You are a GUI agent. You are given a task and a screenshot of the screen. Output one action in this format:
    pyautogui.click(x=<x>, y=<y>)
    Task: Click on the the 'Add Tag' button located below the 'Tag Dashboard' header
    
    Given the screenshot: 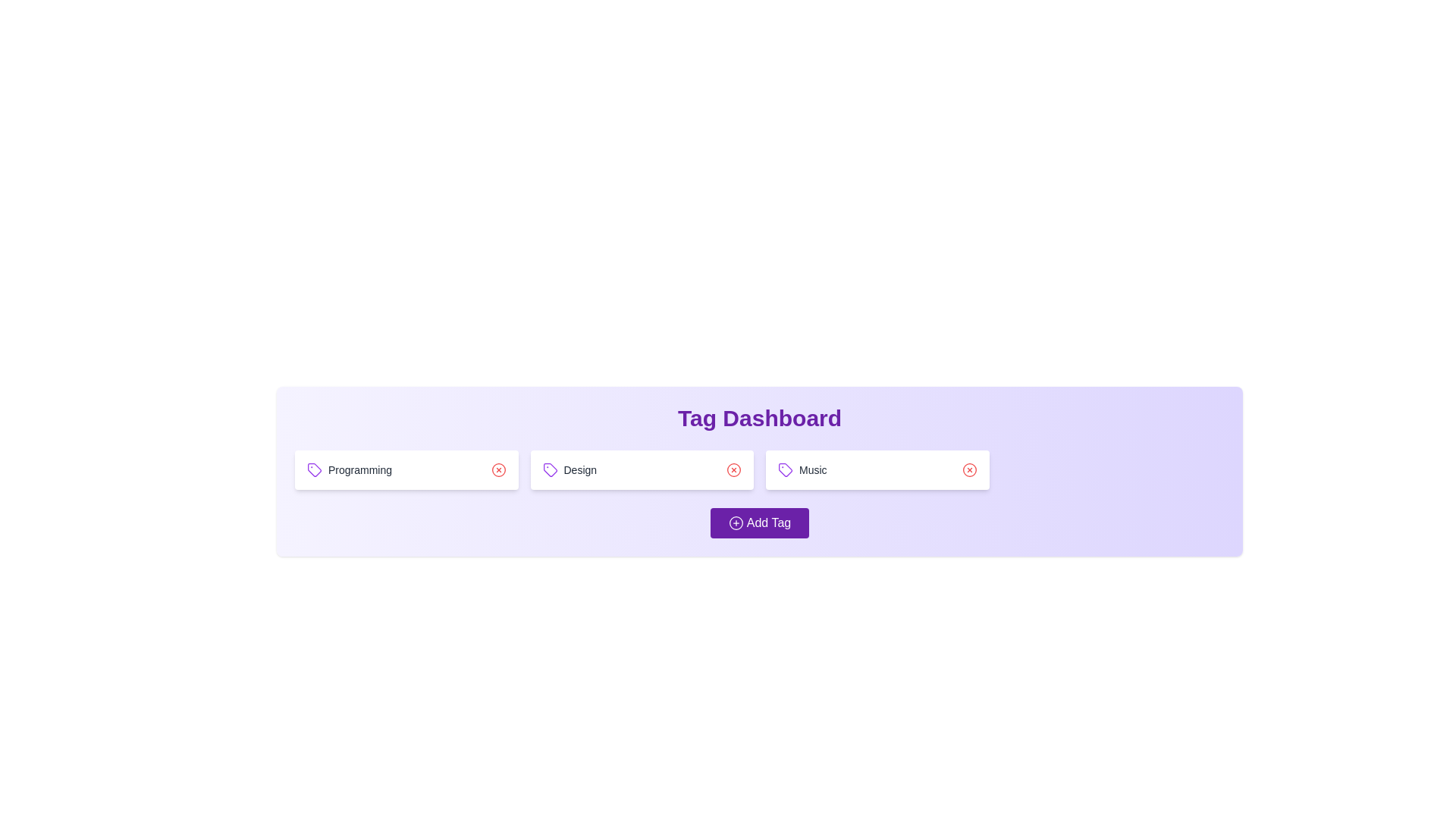 What is the action you would take?
    pyautogui.click(x=760, y=522)
    